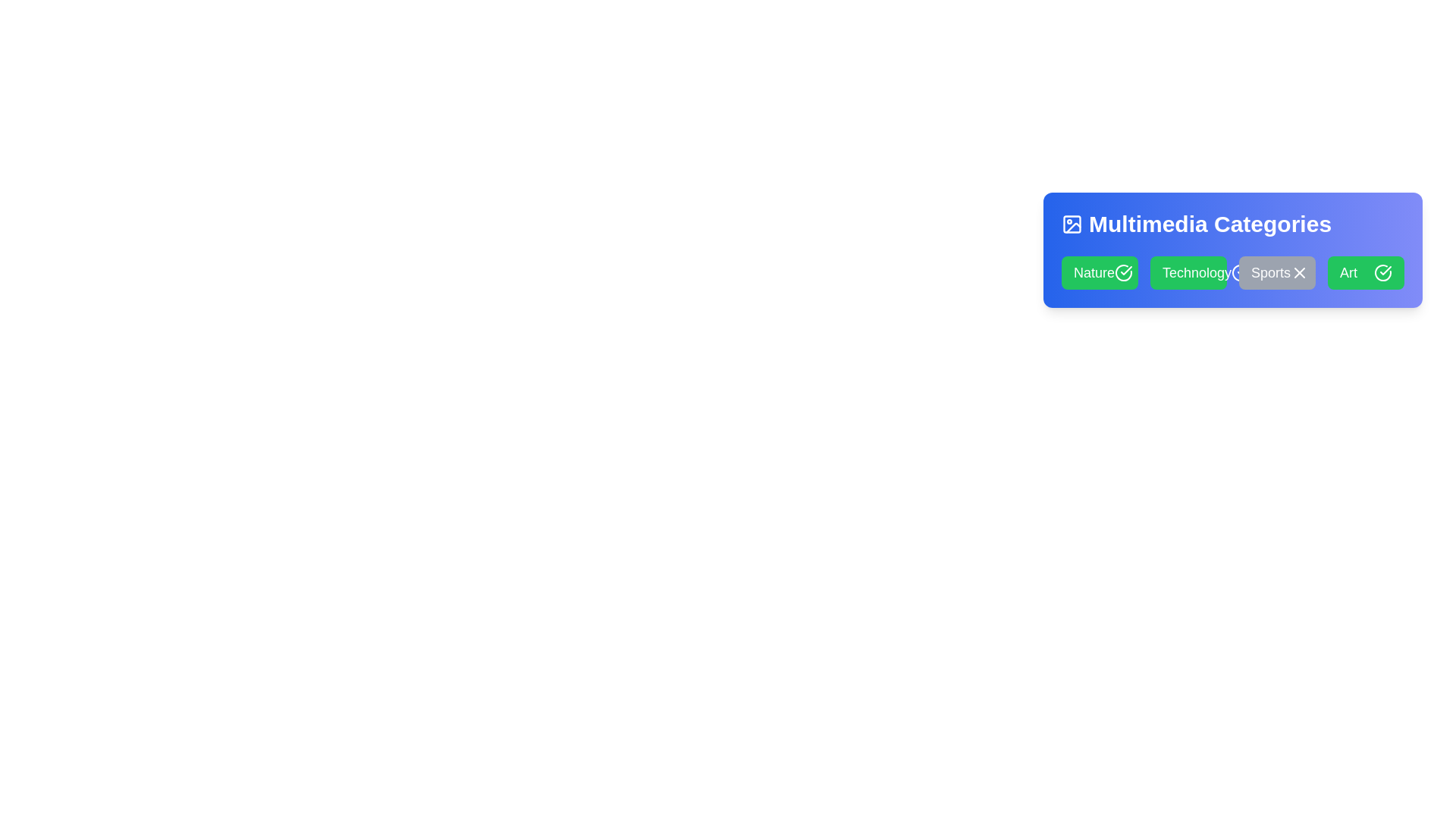 Image resolution: width=1456 pixels, height=819 pixels. Describe the element at coordinates (1383, 271) in the screenshot. I see `the circular icon with a checkmark, which has a green background and is located within the 'Art' button in the 'Multimedia Categories' section` at that location.